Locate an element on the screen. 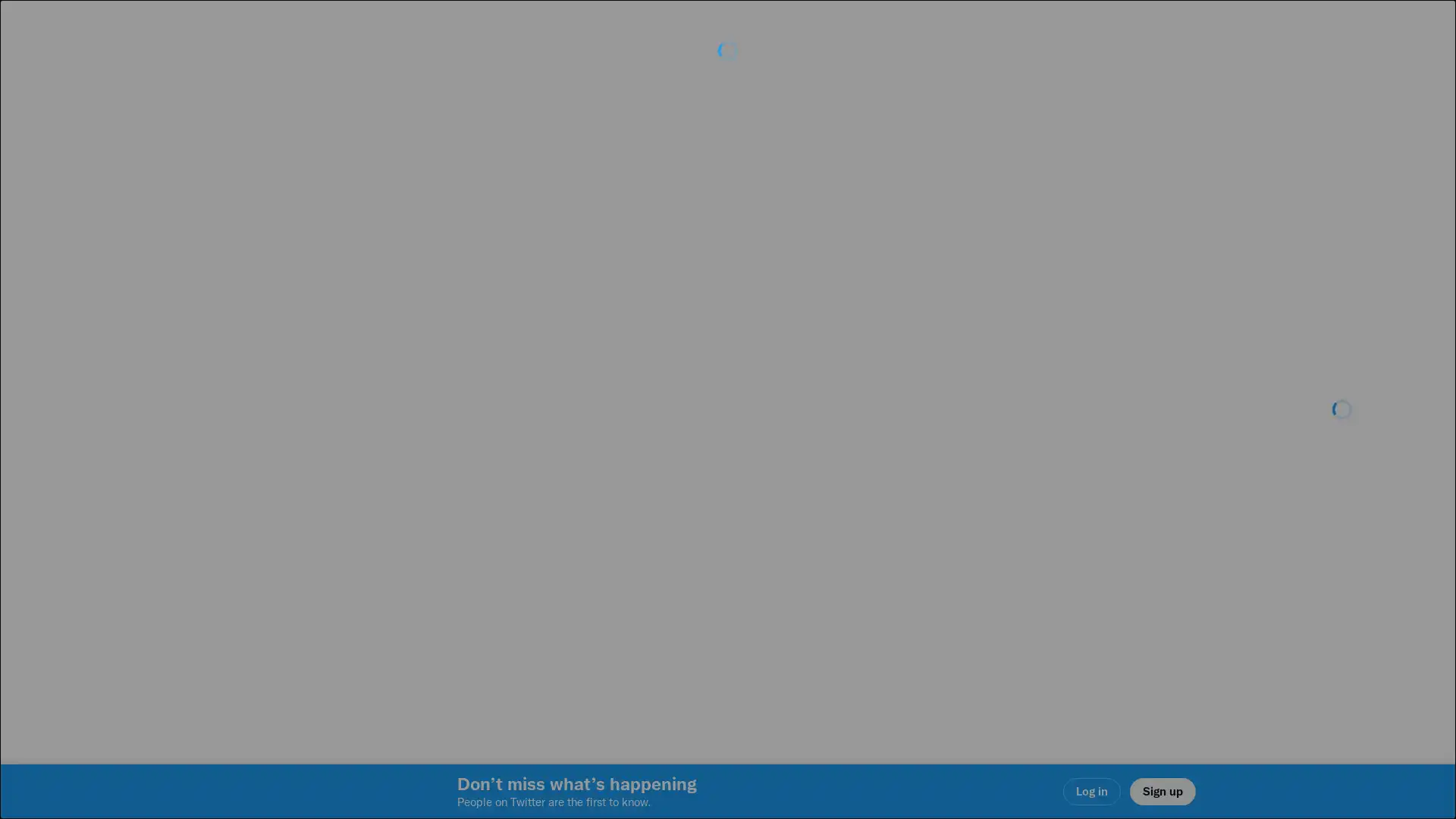 The height and width of the screenshot is (819, 1456). Log in is located at coordinates (910, 516).